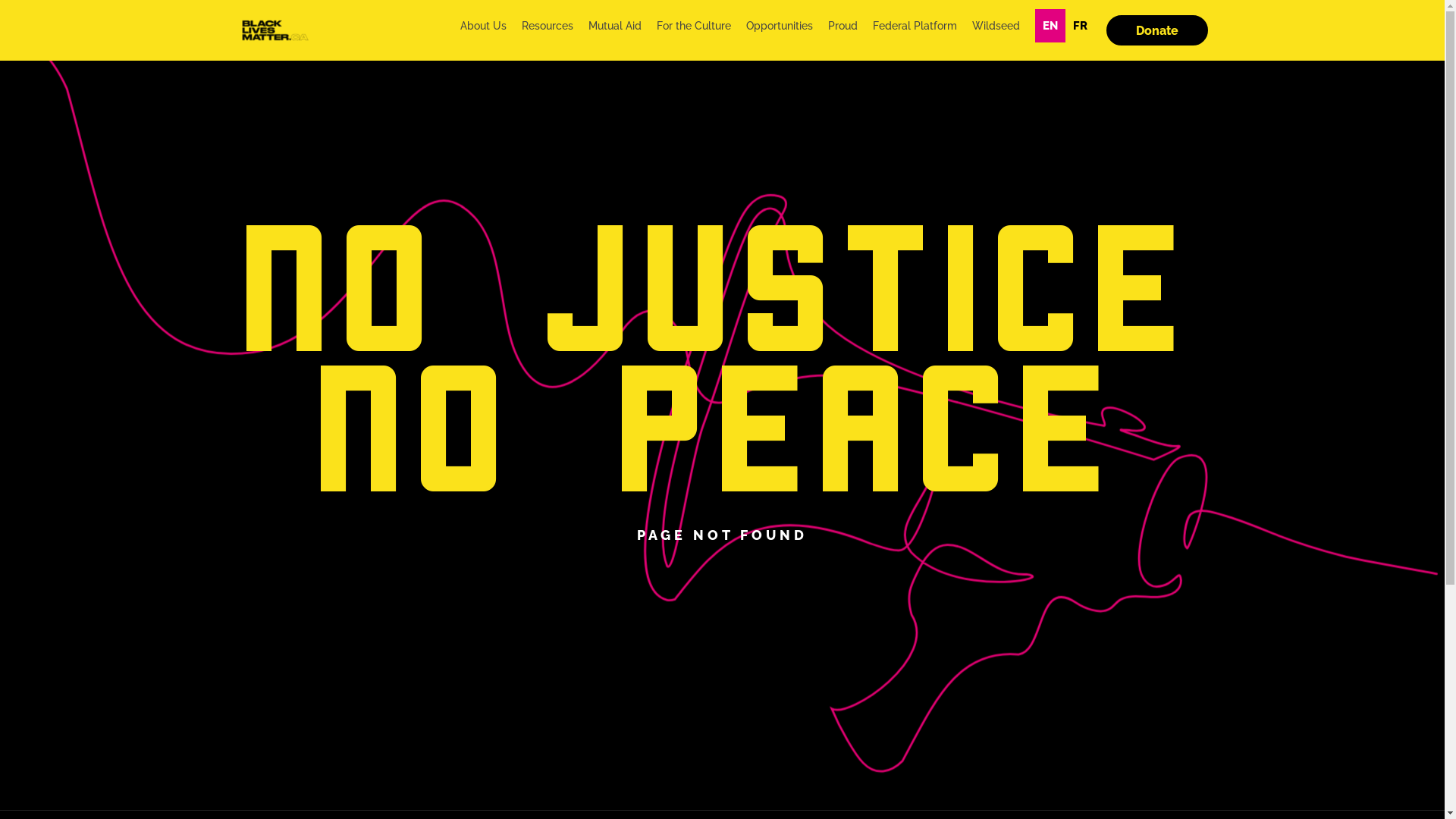  Describe the element at coordinates (516, 26) in the screenshot. I see `'Resources'` at that location.